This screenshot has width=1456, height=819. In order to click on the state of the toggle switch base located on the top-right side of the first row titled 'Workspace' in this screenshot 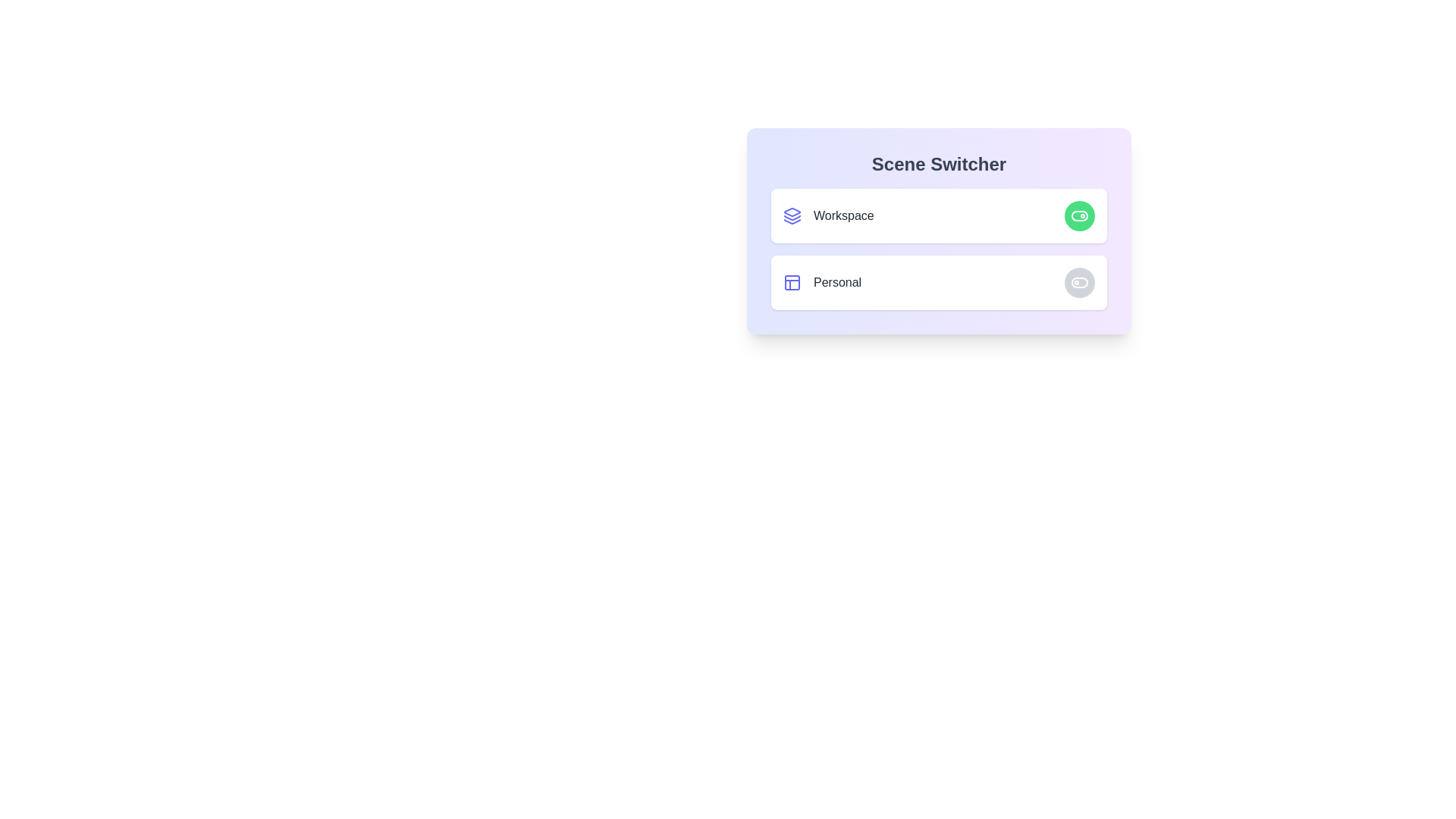, I will do `click(1079, 216)`.